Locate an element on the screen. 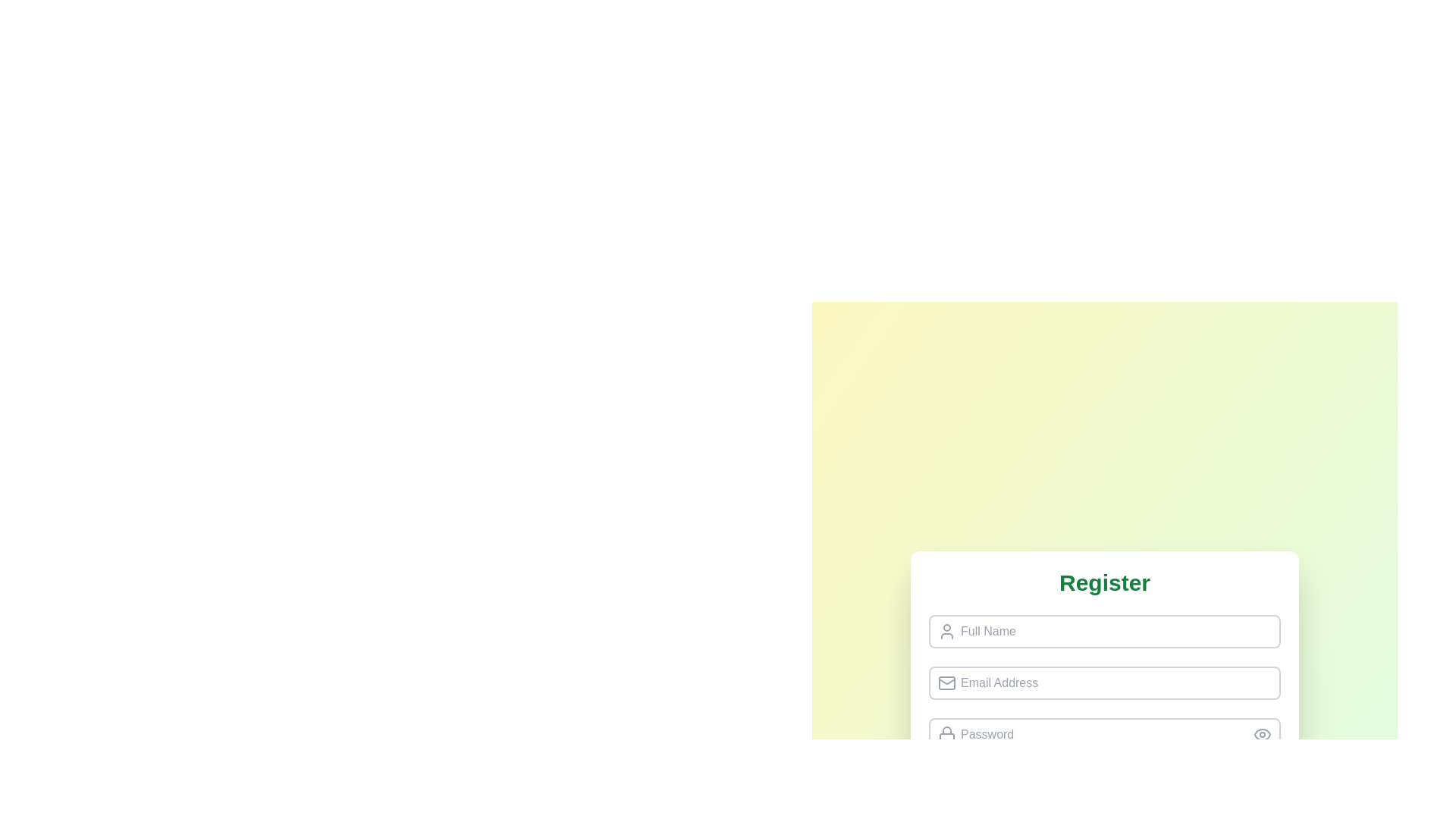 The height and width of the screenshot is (819, 1456). the bold, large-sized 'Register' text label, which is styled in green and aligned at the top of the form layout is located at coordinates (1105, 582).